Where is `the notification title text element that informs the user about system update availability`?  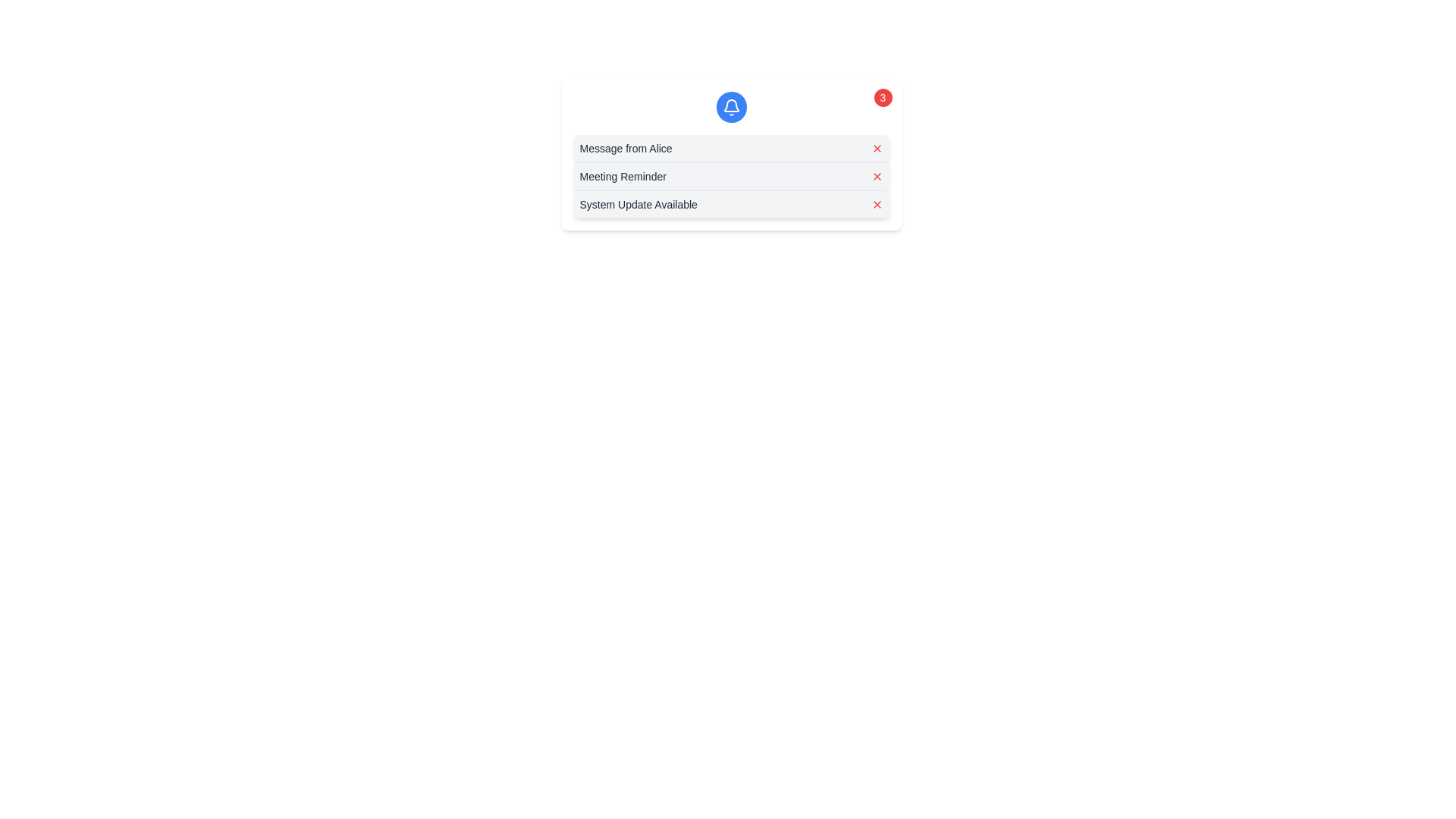
the notification title text element that informs the user about system update availability is located at coordinates (639, 203).